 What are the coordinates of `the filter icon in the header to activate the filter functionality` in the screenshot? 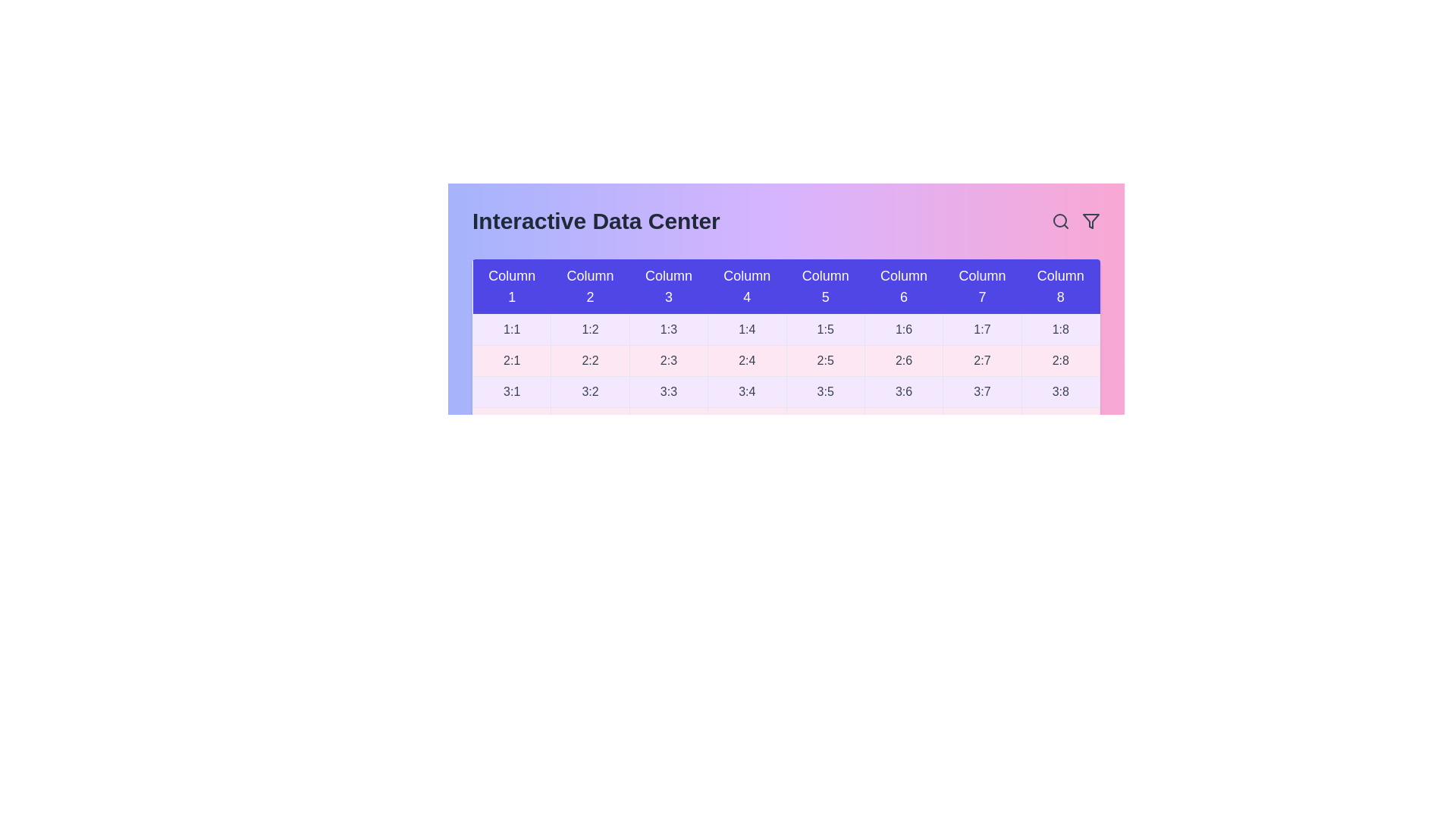 It's located at (1090, 221).